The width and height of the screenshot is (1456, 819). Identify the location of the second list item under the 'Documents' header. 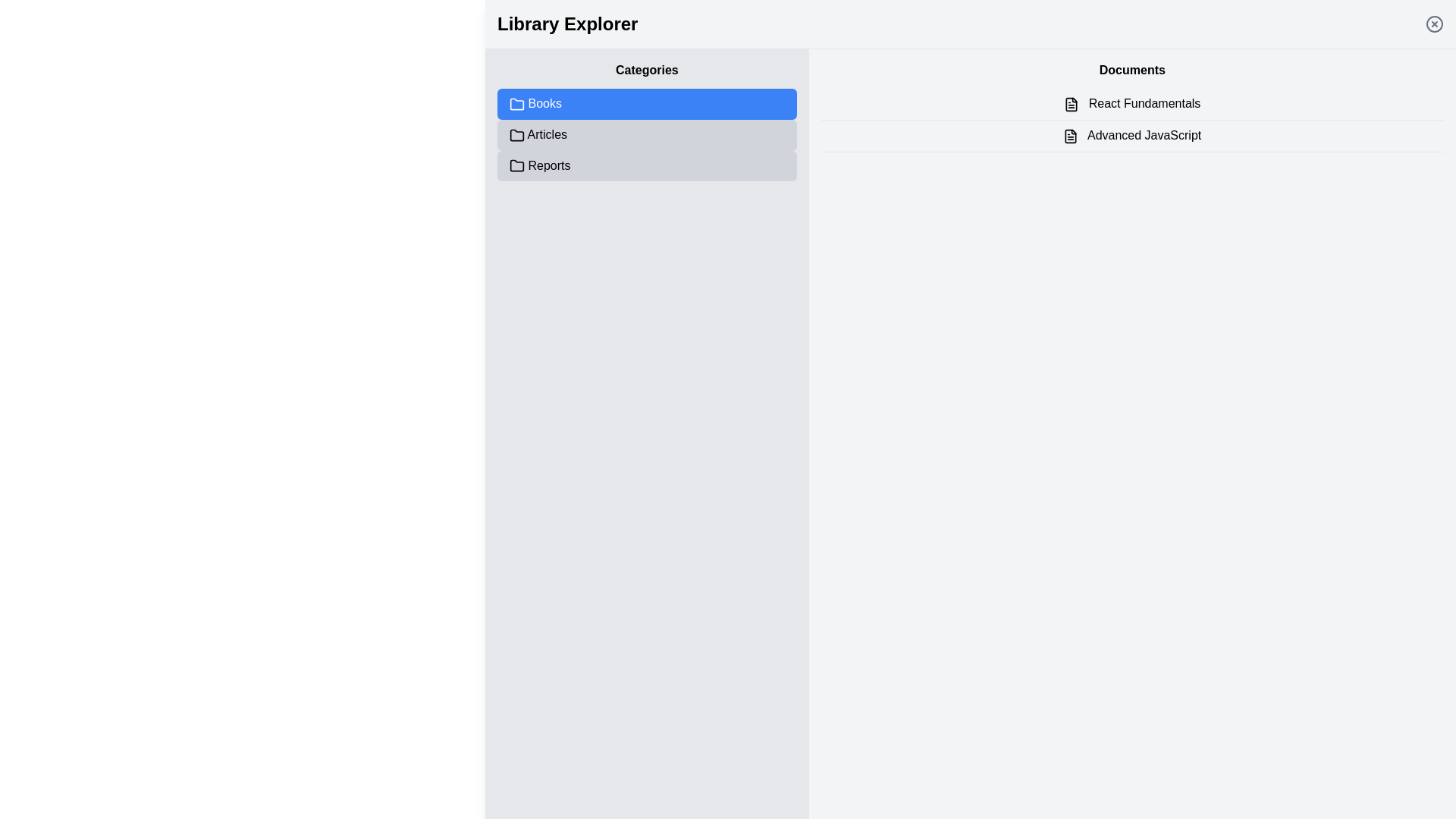
(1132, 135).